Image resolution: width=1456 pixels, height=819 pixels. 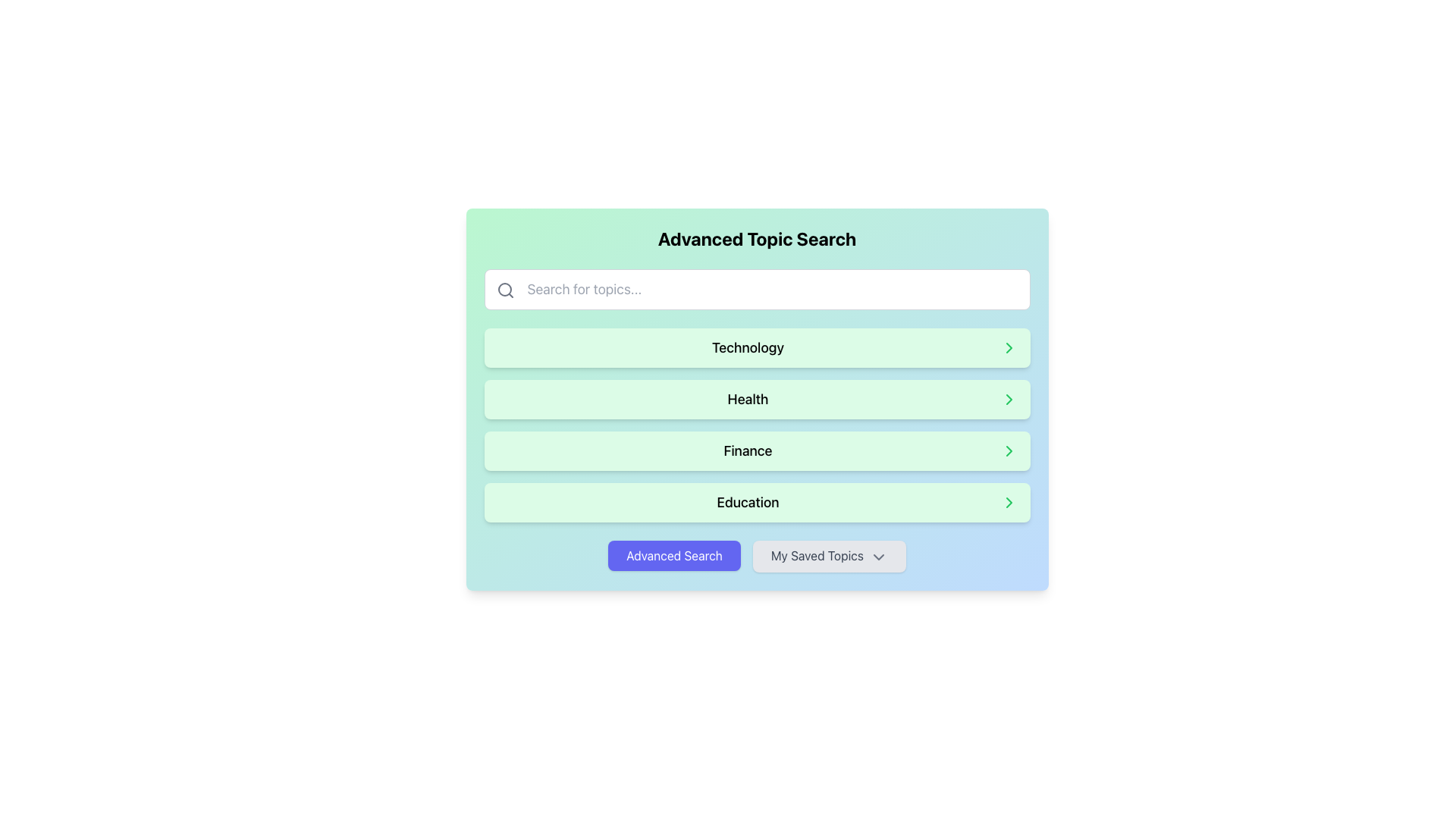 I want to click on the 'Education' category button located below the 'Finance' button in the vertical list under 'Advanced Topic Search', so click(x=757, y=503).